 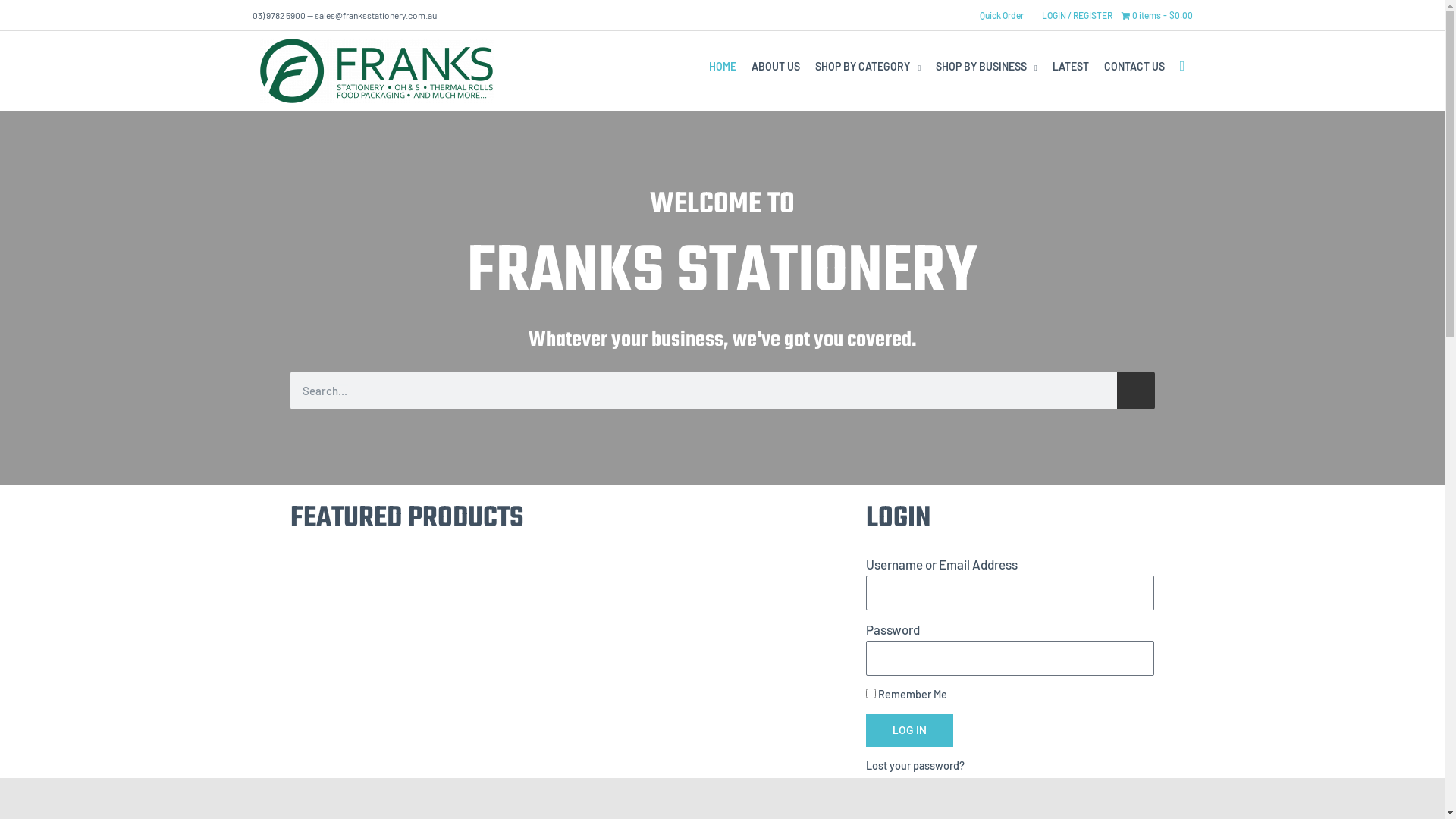 What do you see at coordinates (868, 66) in the screenshot?
I see `'SHOP BY CATEGORY'` at bounding box center [868, 66].